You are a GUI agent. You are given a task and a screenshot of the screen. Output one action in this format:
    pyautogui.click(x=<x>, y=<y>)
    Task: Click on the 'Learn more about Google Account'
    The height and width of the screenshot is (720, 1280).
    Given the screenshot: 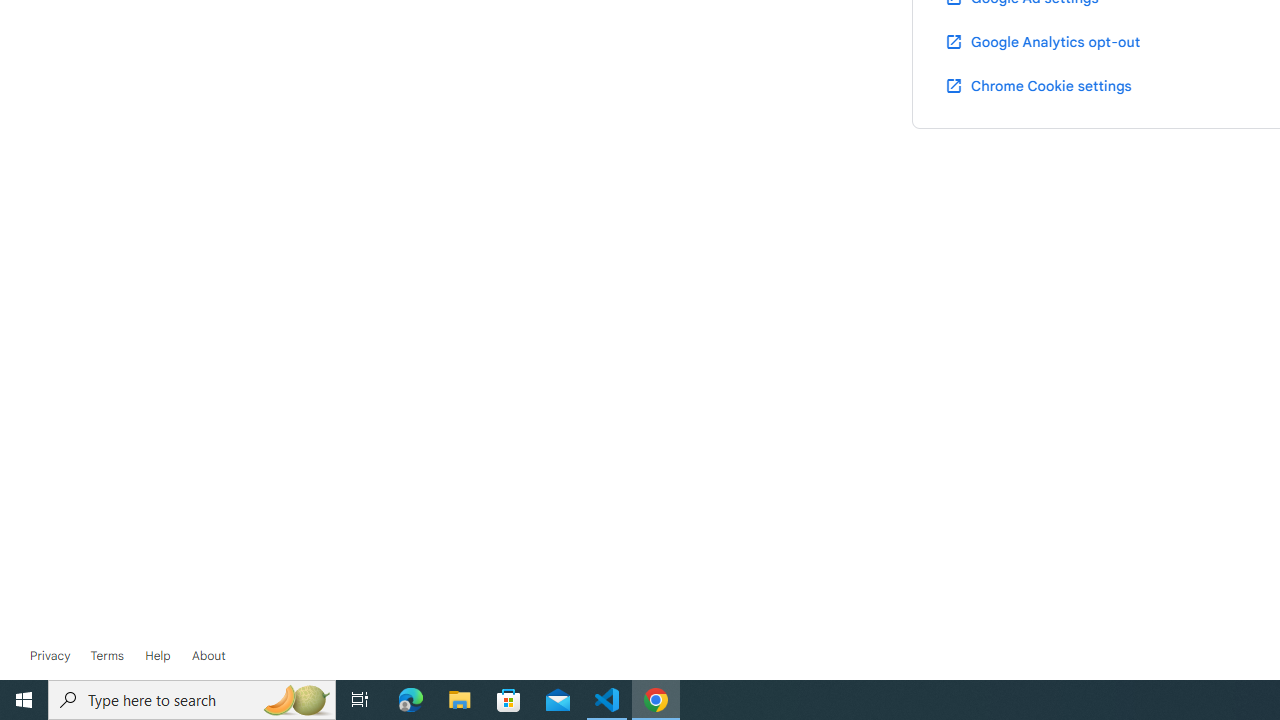 What is the action you would take?
    pyautogui.click(x=208, y=655)
    